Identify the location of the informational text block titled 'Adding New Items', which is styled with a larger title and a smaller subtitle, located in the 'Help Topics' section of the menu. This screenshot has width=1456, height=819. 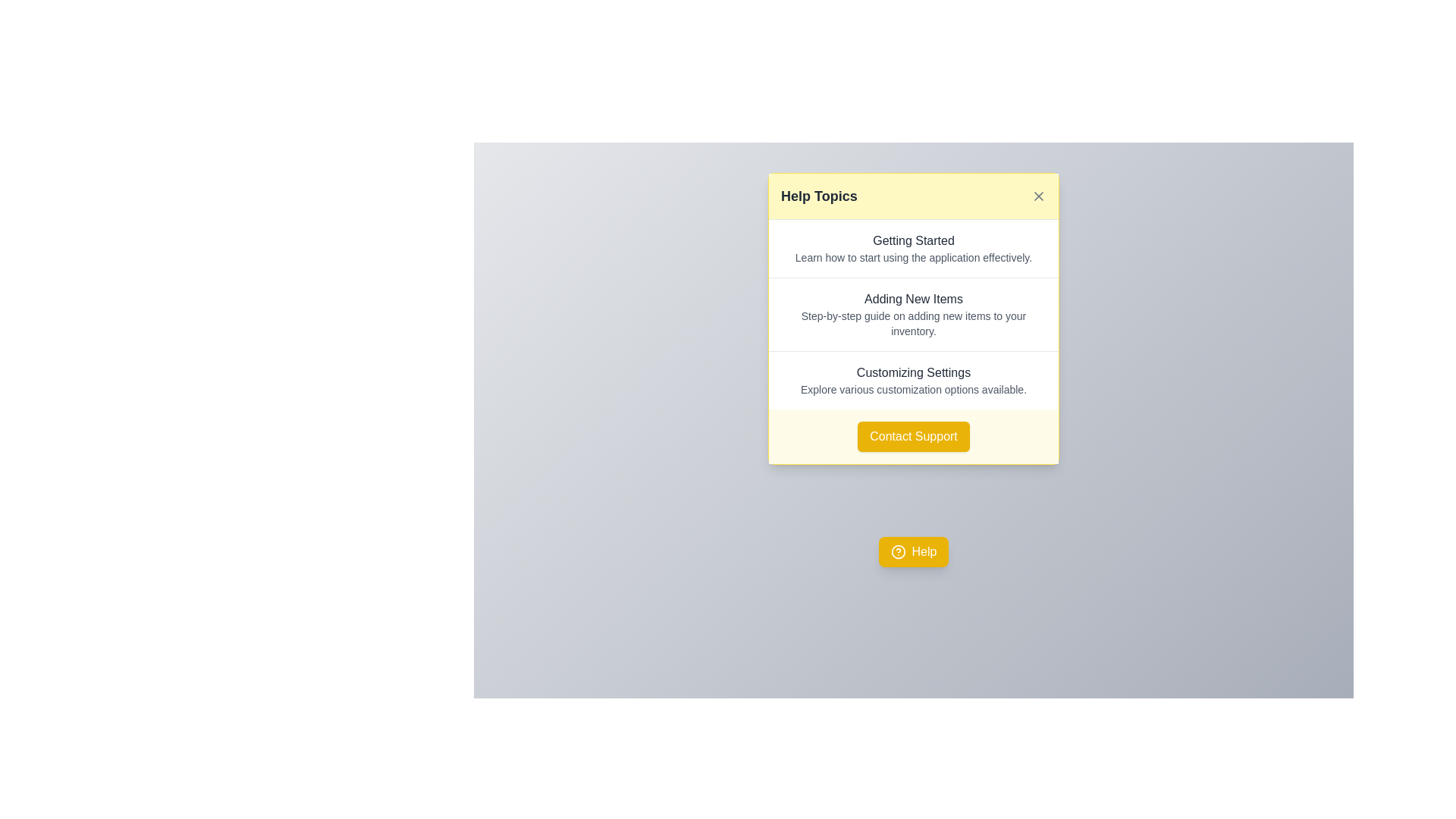
(912, 312).